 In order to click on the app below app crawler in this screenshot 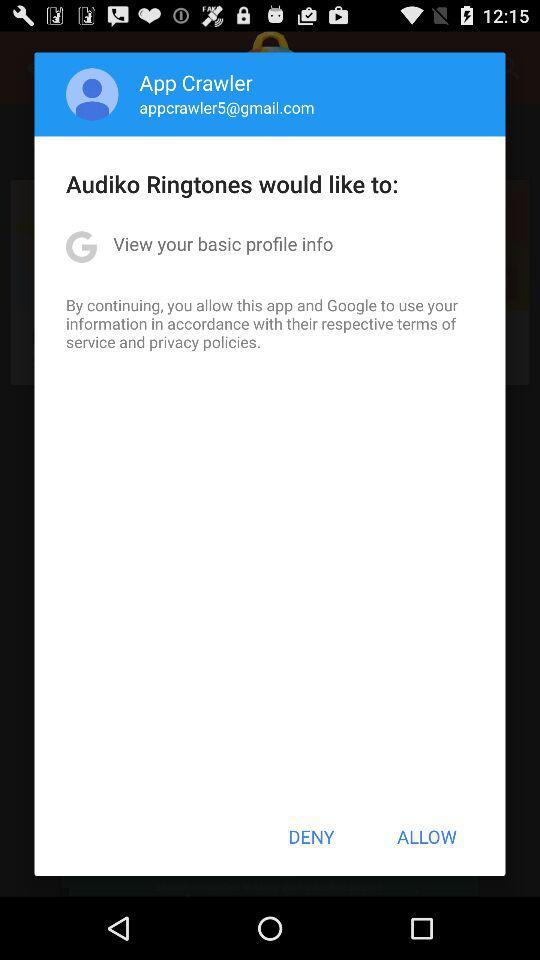, I will do `click(226, 107)`.